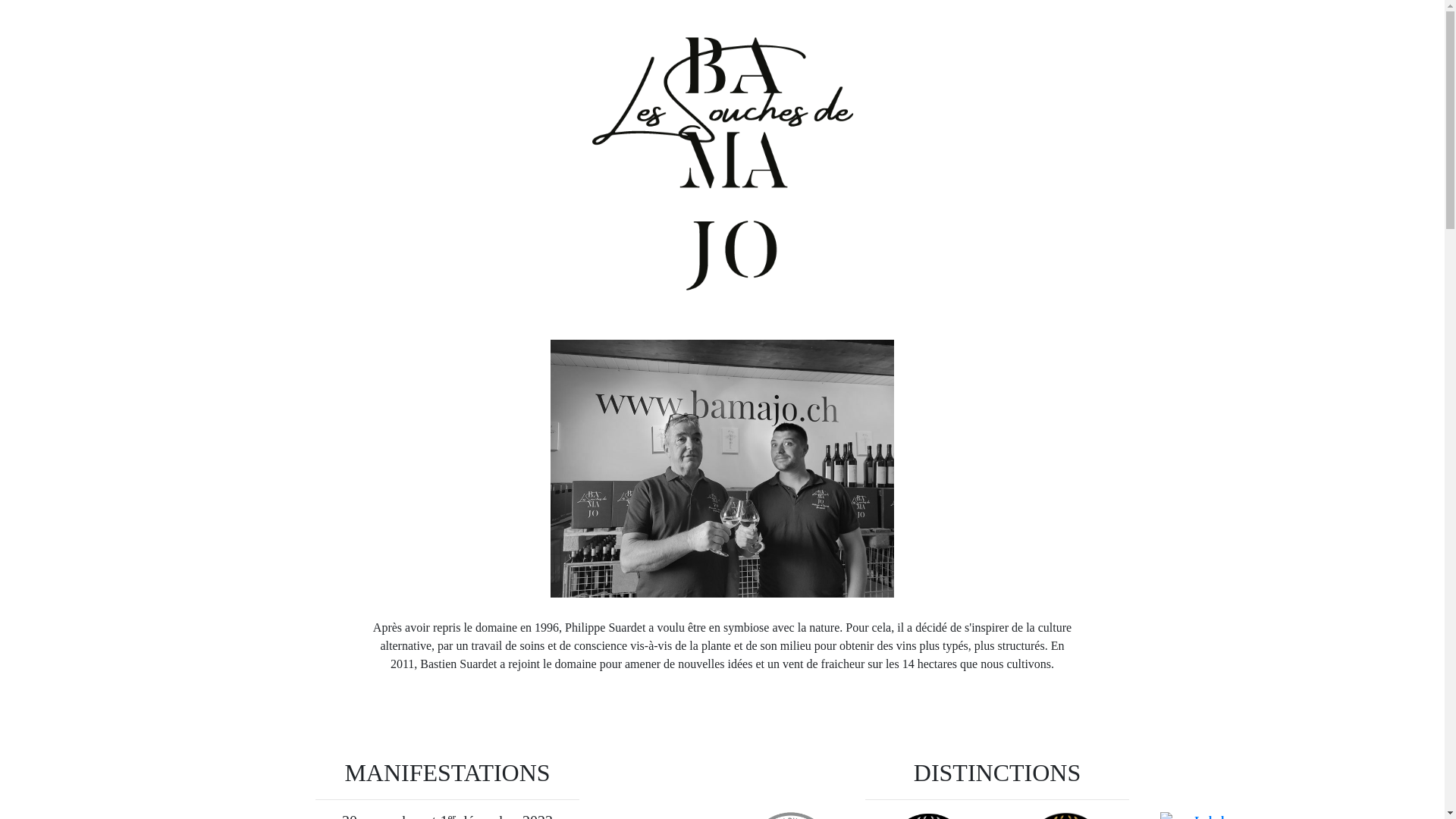  Describe the element at coordinates (720, 164) in the screenshot. I see `'Logo des Souches de Bamajo'` at that location.